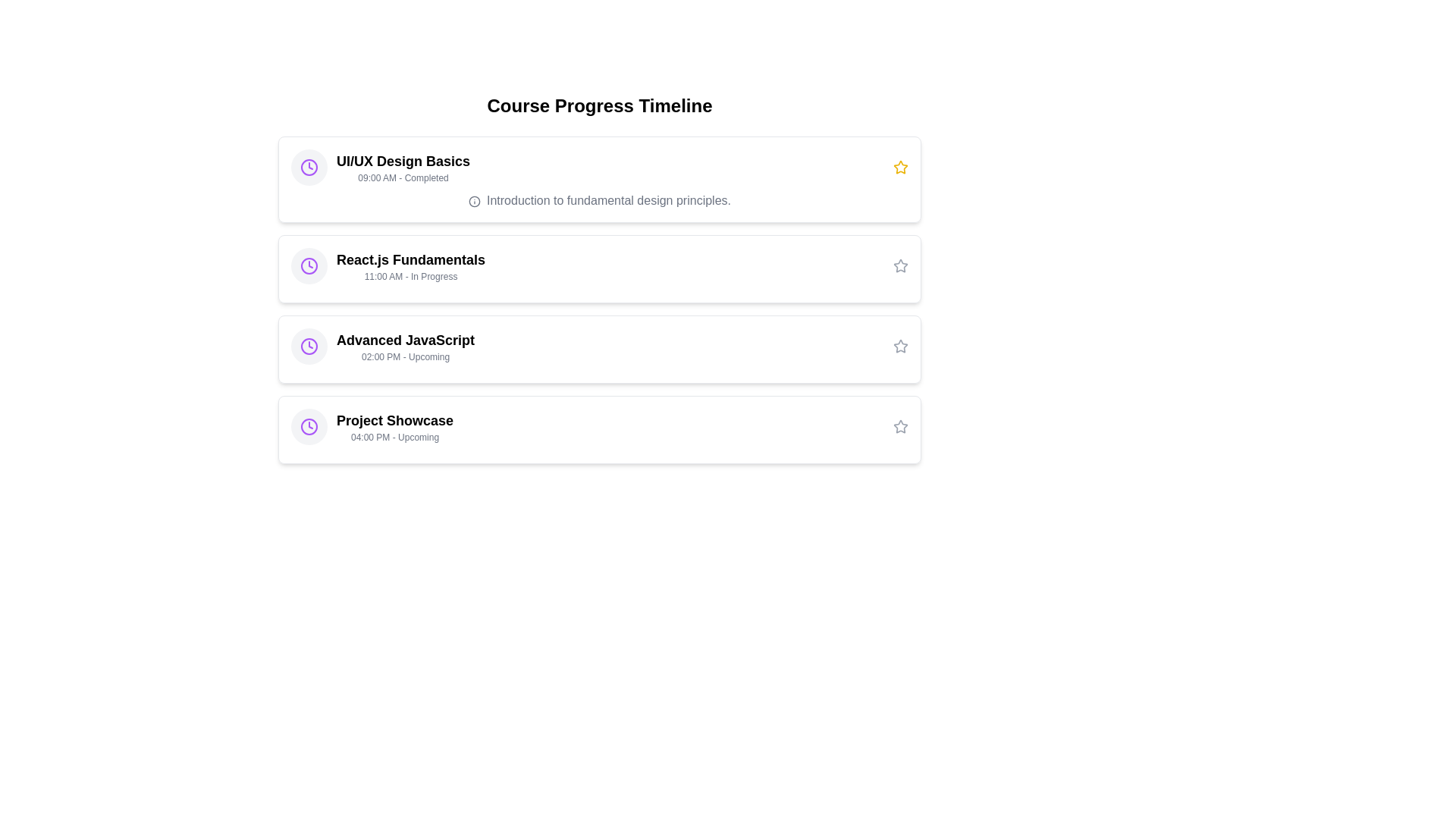 The height and width of the screenshot is (819, 1456). What do you see at coordinates (599, 200) in the screenshot?
I see `the text label that provides a brief description related to UI/UX Design Basics, located below the heading and timestamp in the topmost card of a vertical list` at bounding box center [599, 200].